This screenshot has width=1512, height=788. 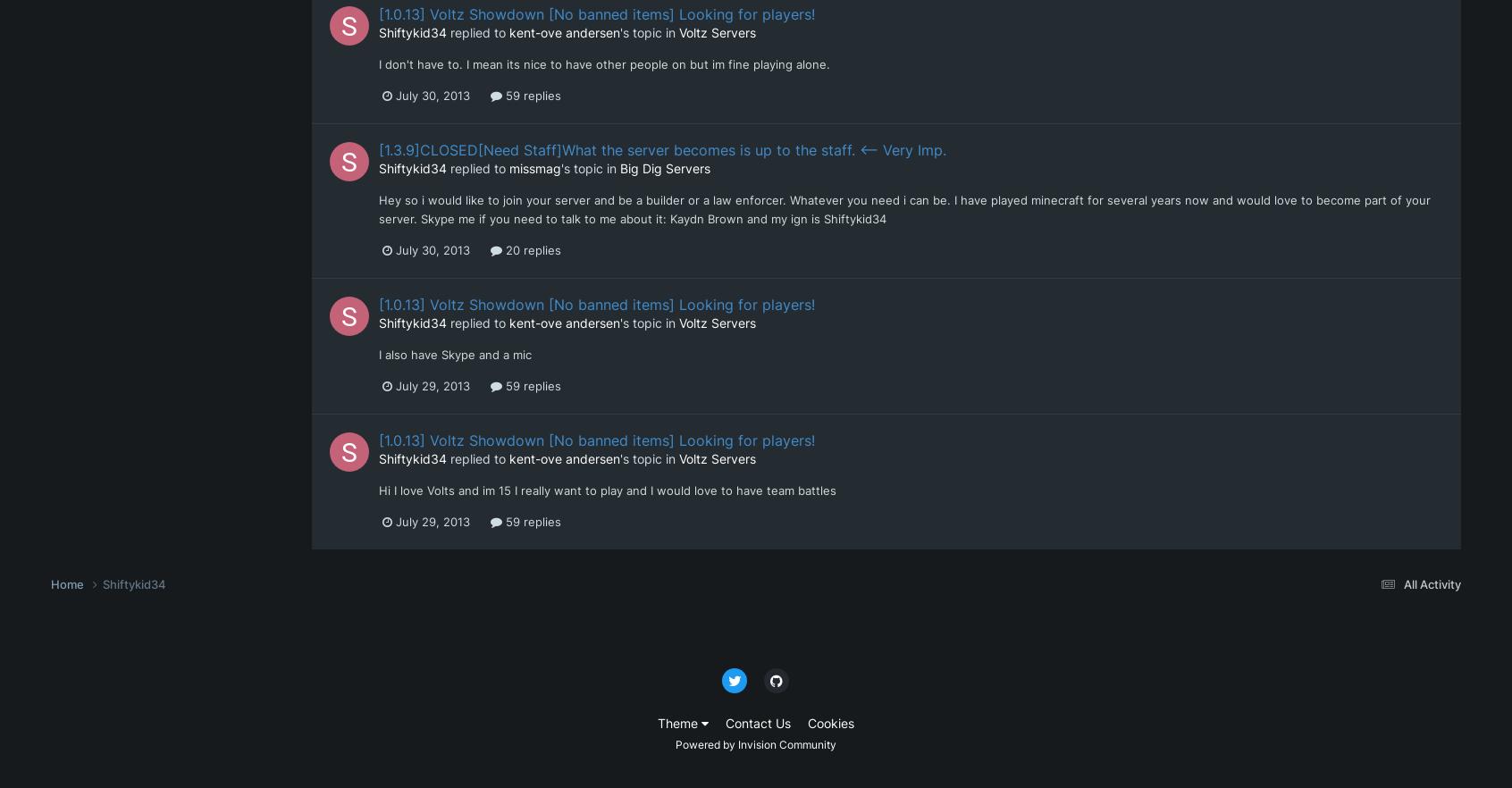 What do you see at coordinates (1430, 584) in the screenshot?
I see `'All Activity'` at bounding box center [1430, 584].